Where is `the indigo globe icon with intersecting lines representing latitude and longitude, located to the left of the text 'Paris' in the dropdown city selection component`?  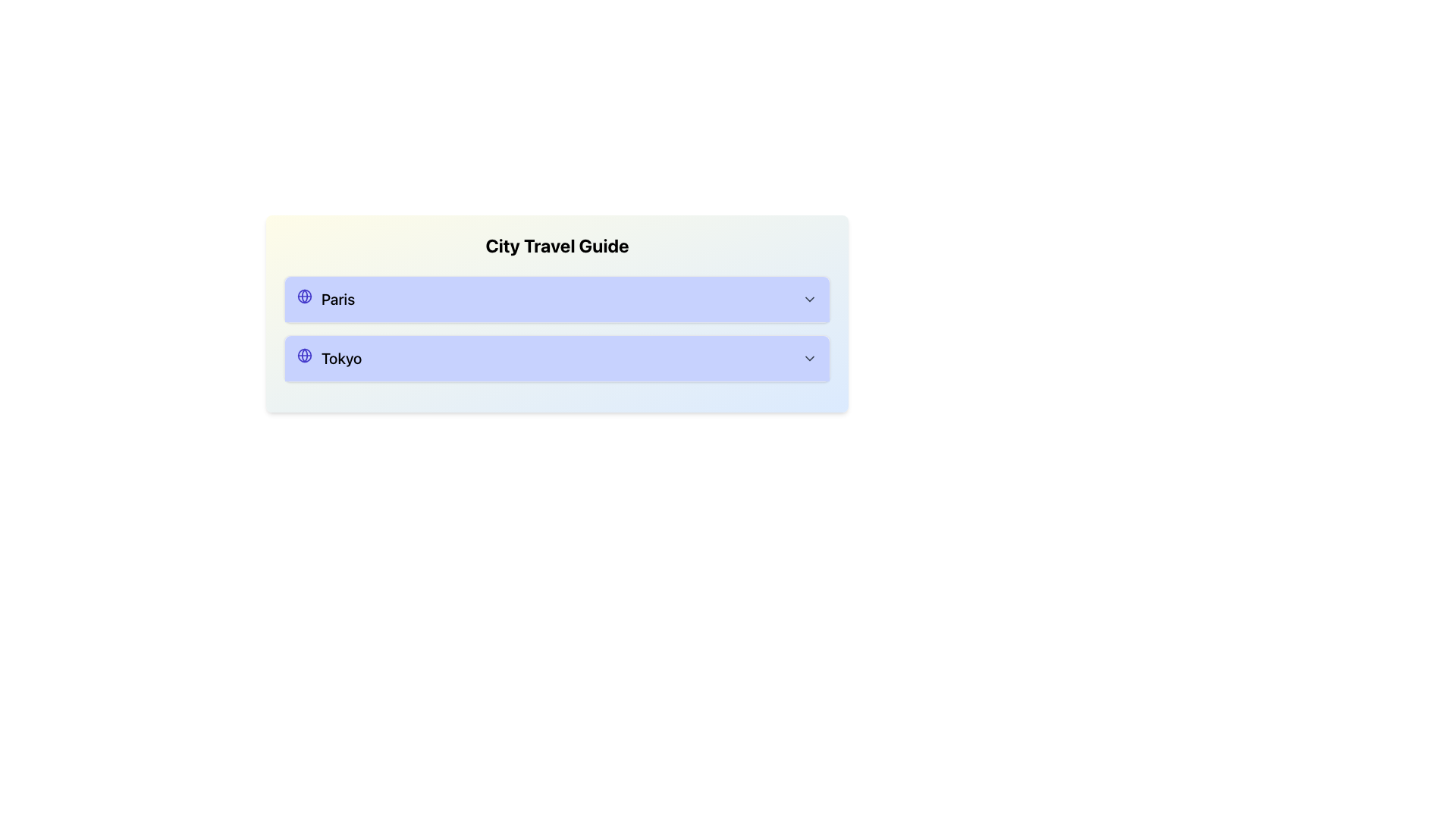 the indigo globe icon with intersecting lines representing latitude and longitude, located to the left of the text 'Paris' in the dropdown city selection component is located at coordinates (304, 296).